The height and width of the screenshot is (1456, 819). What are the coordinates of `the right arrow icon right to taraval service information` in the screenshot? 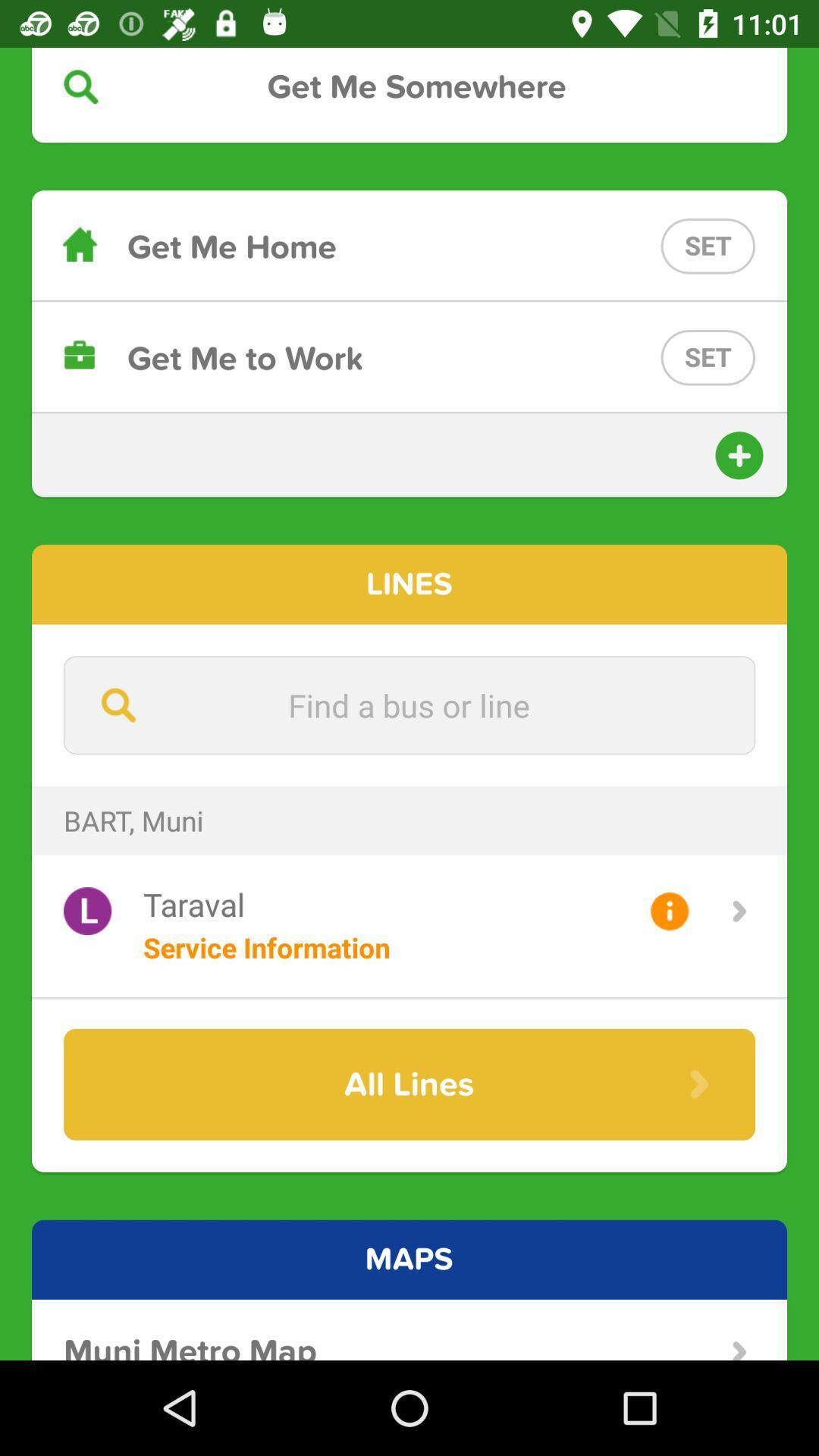 It's located at (739, 910).